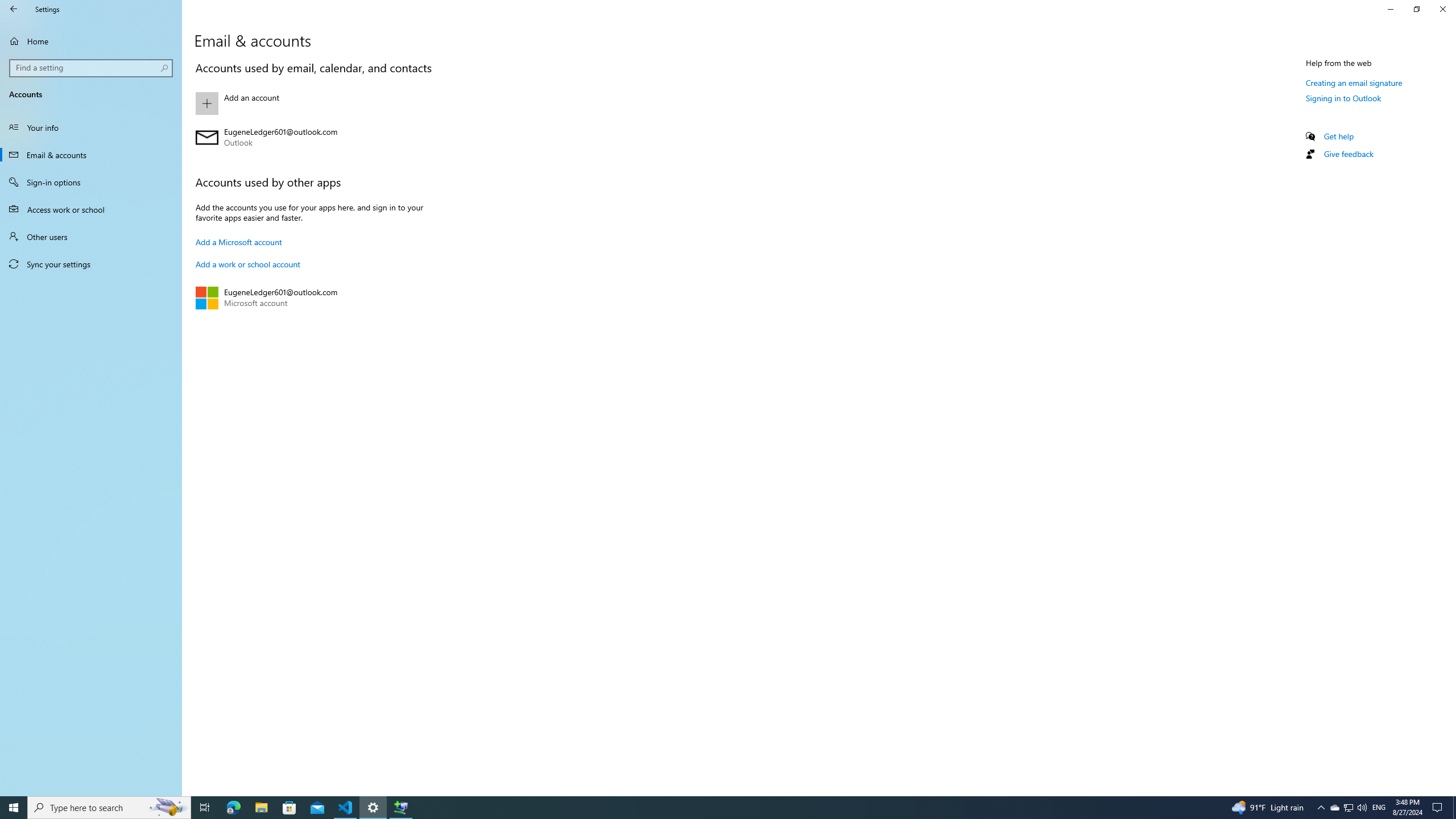 The height and width of the screenshot is (819, 1456). I want to click on 'Home', so click(90, 41).